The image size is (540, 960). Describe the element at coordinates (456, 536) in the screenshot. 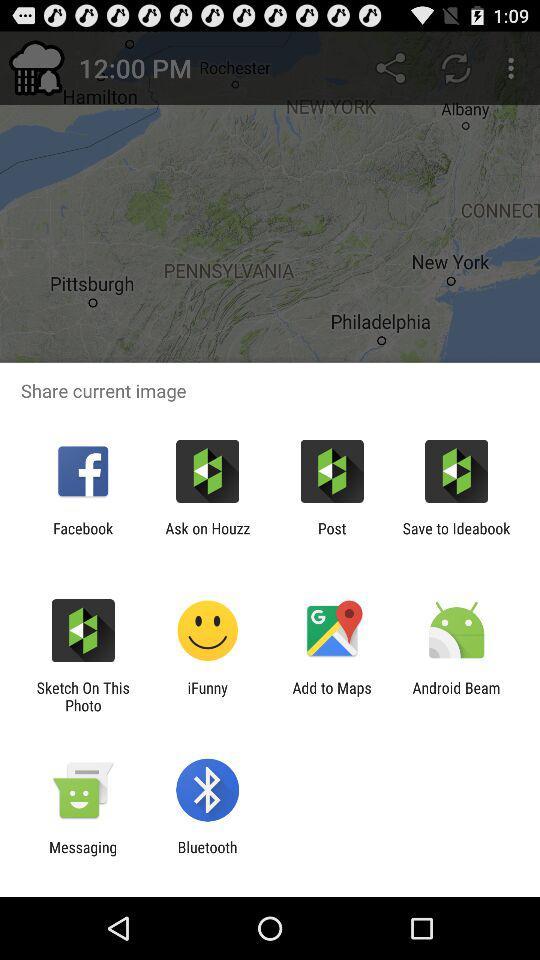

I see `save to ideabook item` at that location.